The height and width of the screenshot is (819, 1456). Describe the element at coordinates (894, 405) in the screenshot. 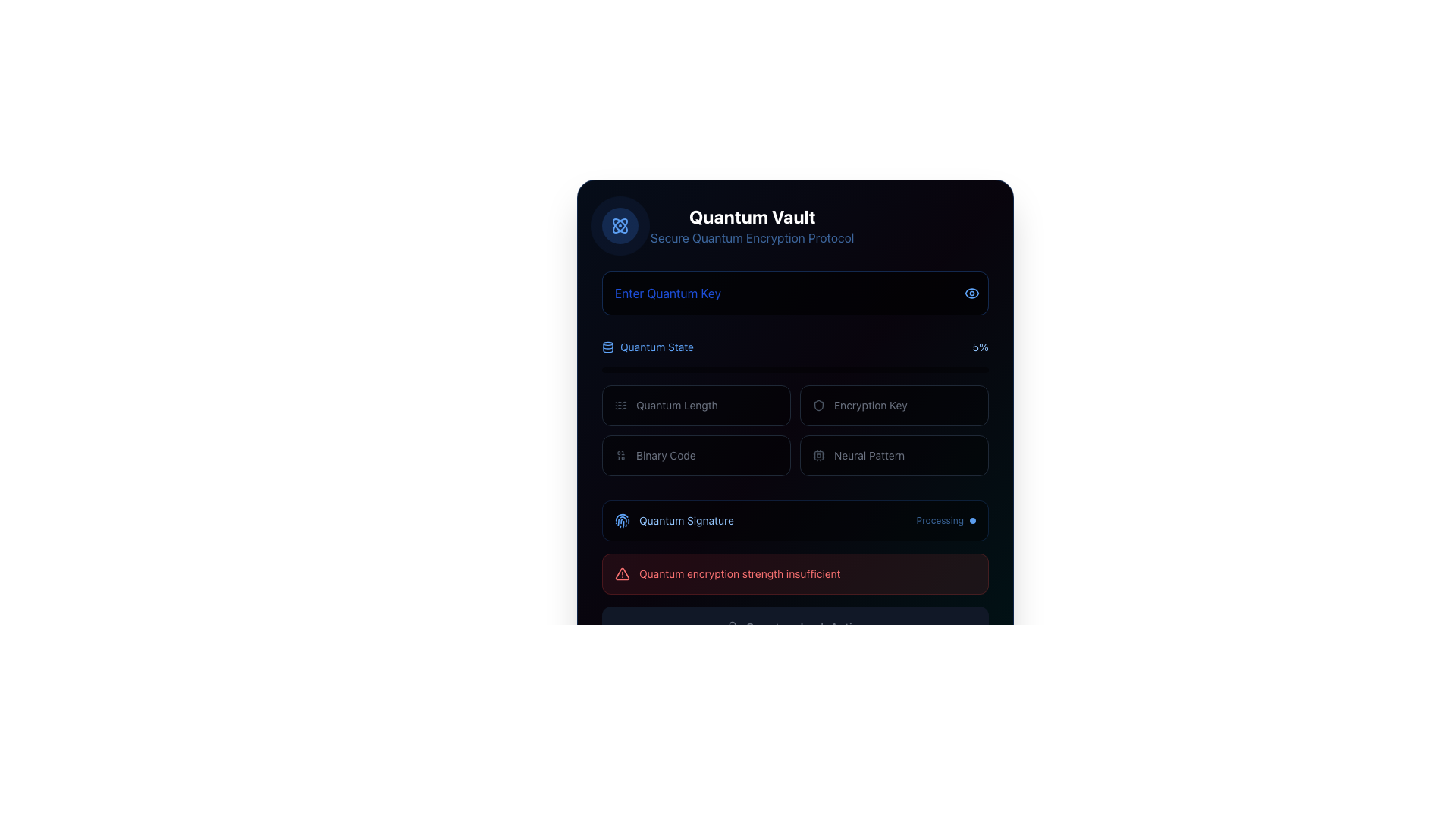

I see `the 'Encryption Key' button, which is the second option in a grid of buttons` at that location.